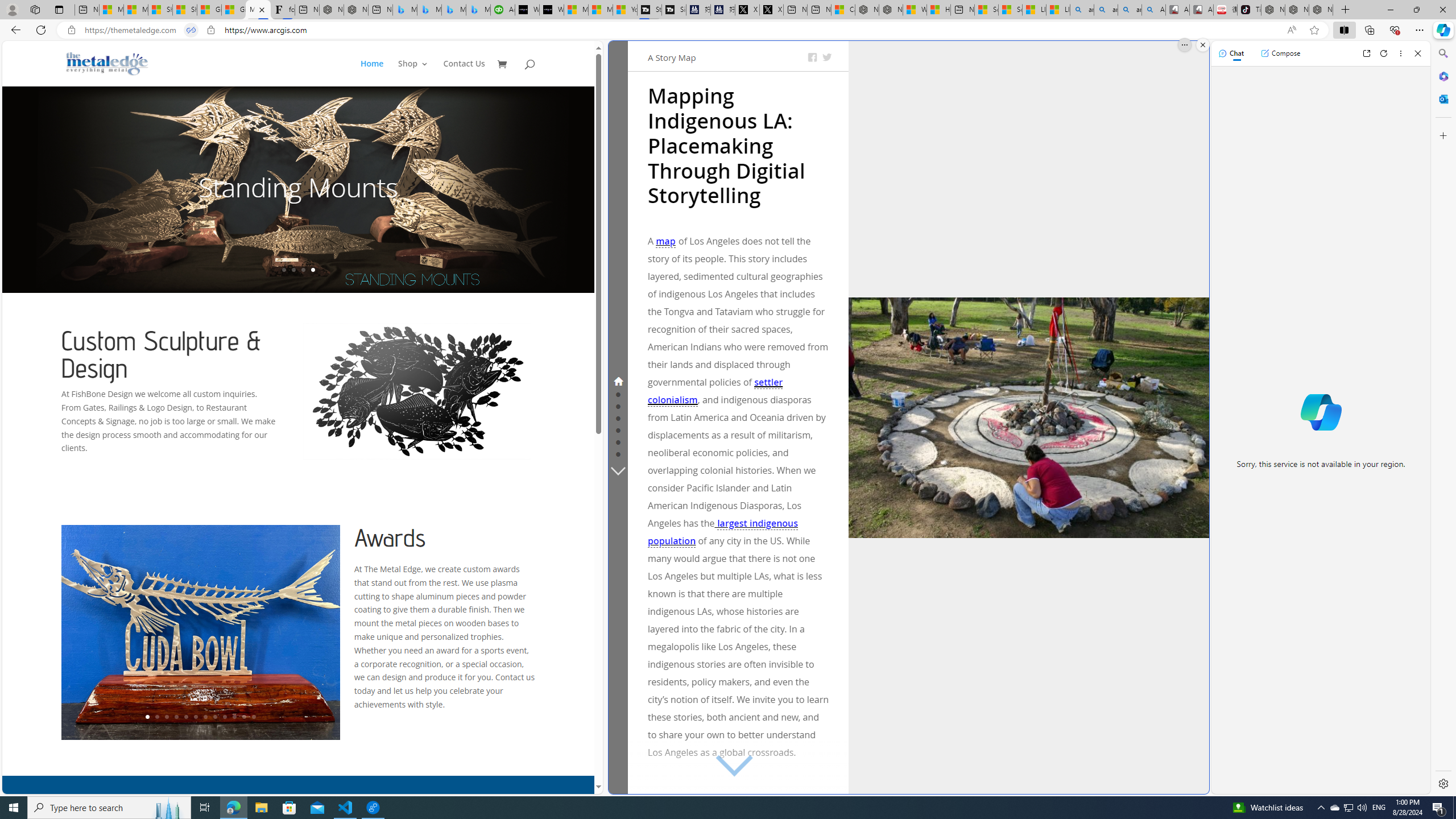 Image resolution: width=1456 pixels, height=819 pixels. What do you see at coordinates (617, 441) in the screenshot?
I see `'Go to section 6: Pacific Islanders of Los Angeles '` at bounding box center [617, 441].